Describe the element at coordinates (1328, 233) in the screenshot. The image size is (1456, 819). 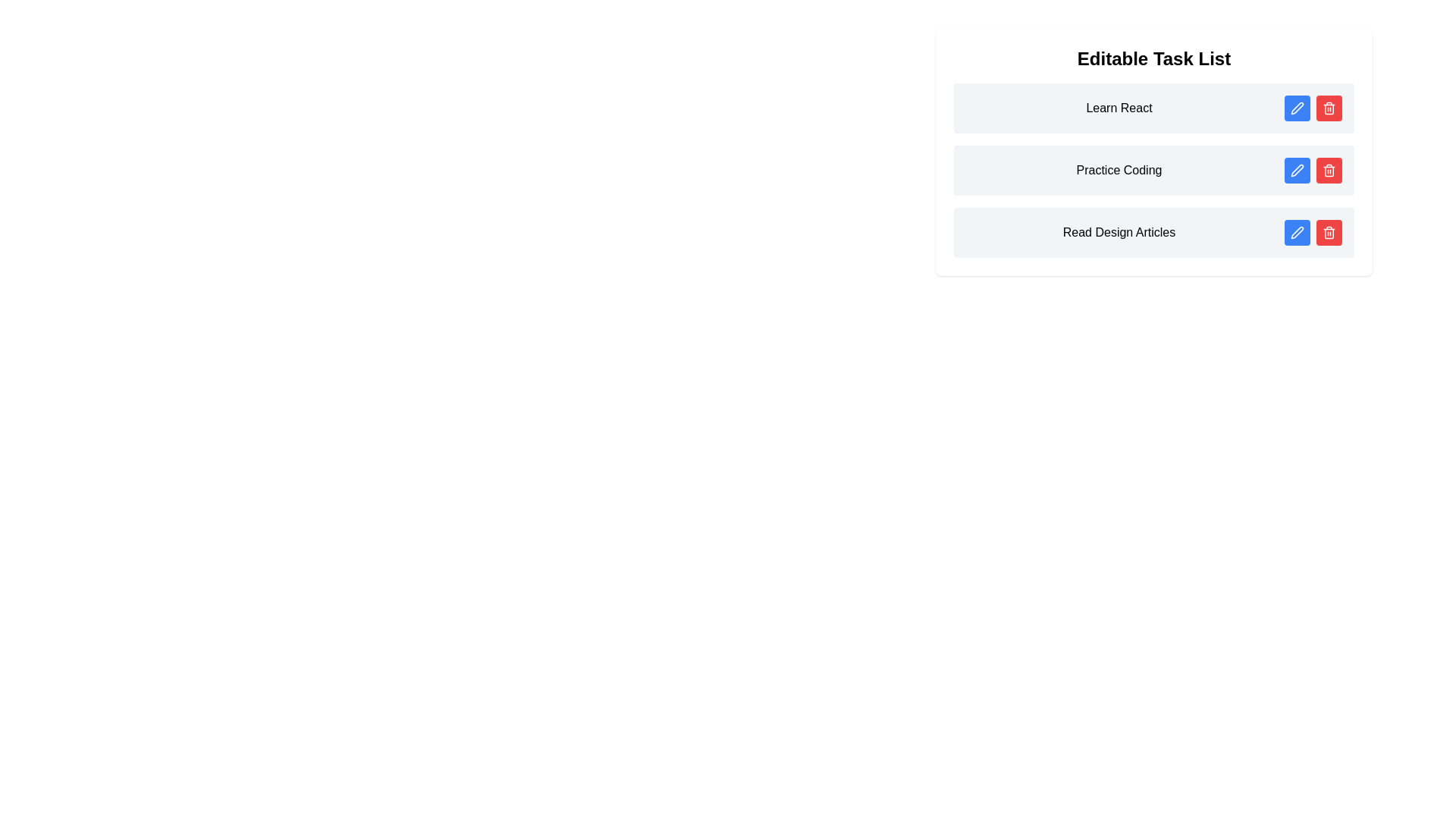
I see `the red button with a trash bin icon` at that location.